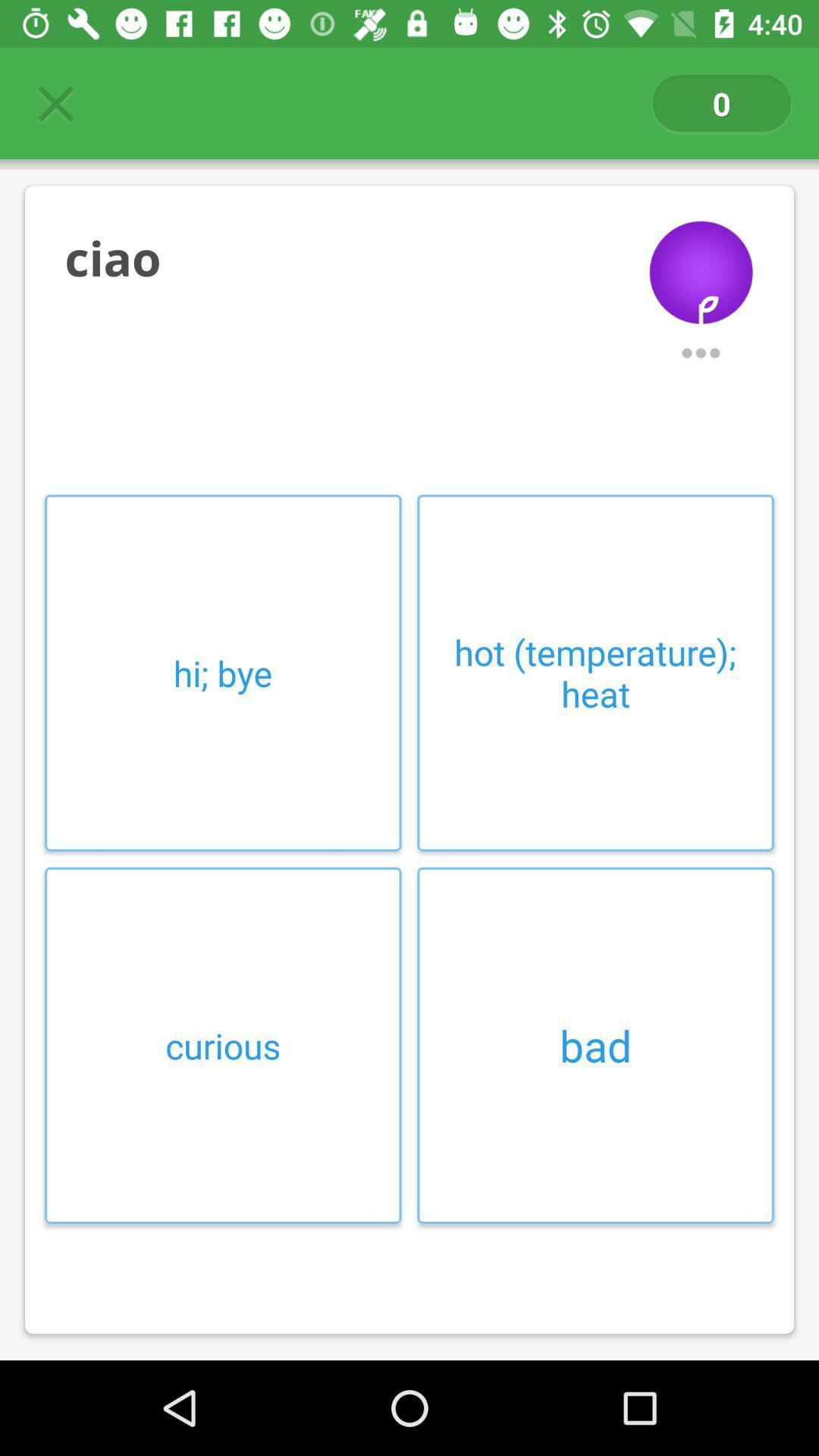  I want to click on the icon to the left of bad item, so click(223, 1044).